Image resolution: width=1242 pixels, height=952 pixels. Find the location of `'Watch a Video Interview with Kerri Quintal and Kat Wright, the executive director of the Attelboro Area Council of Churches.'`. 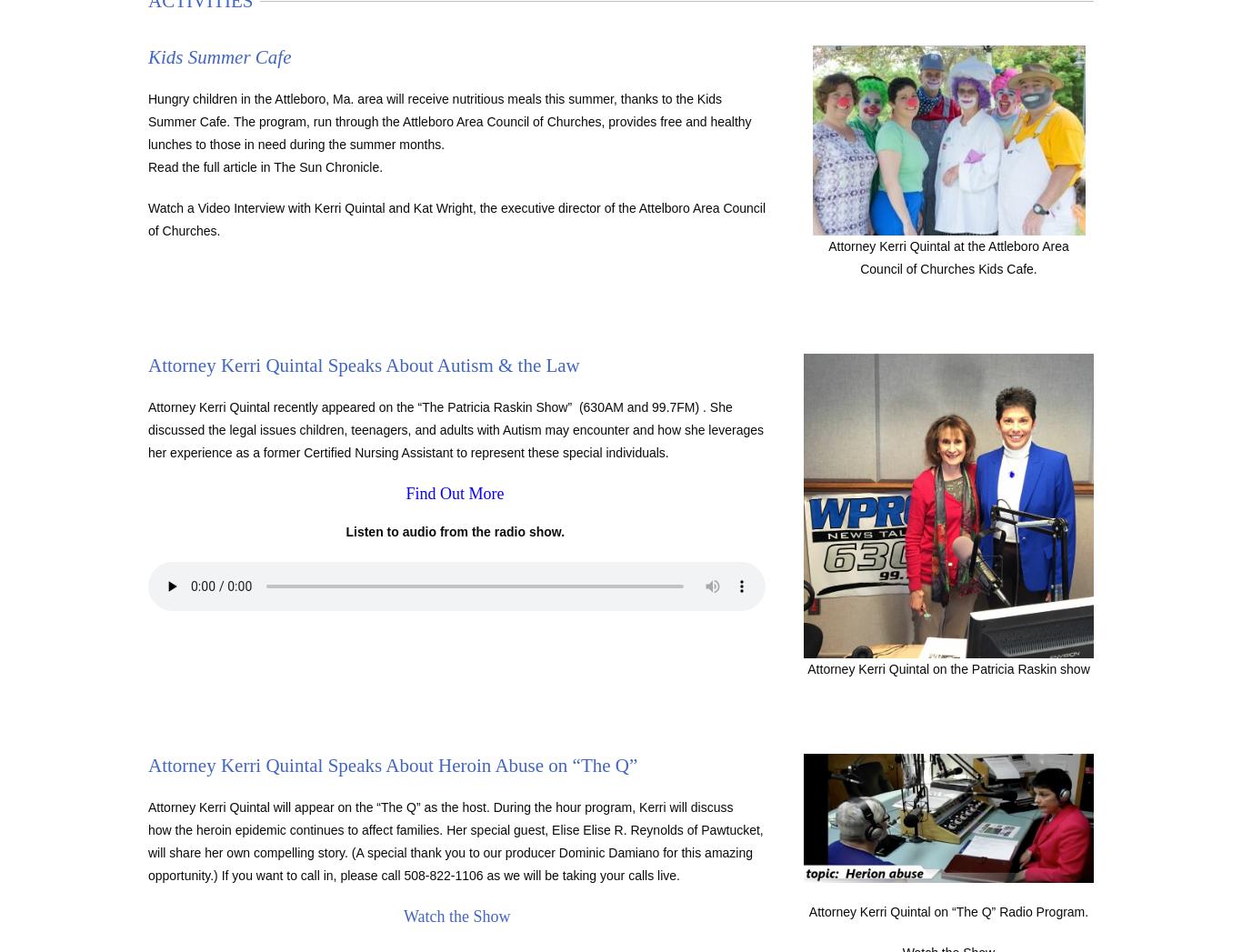

'Watch a Video Interview with Kerri Quintal and Kat Wright, the executive director of the Attelboro Area Council of Churches.' is located at coordinates (146, 219).